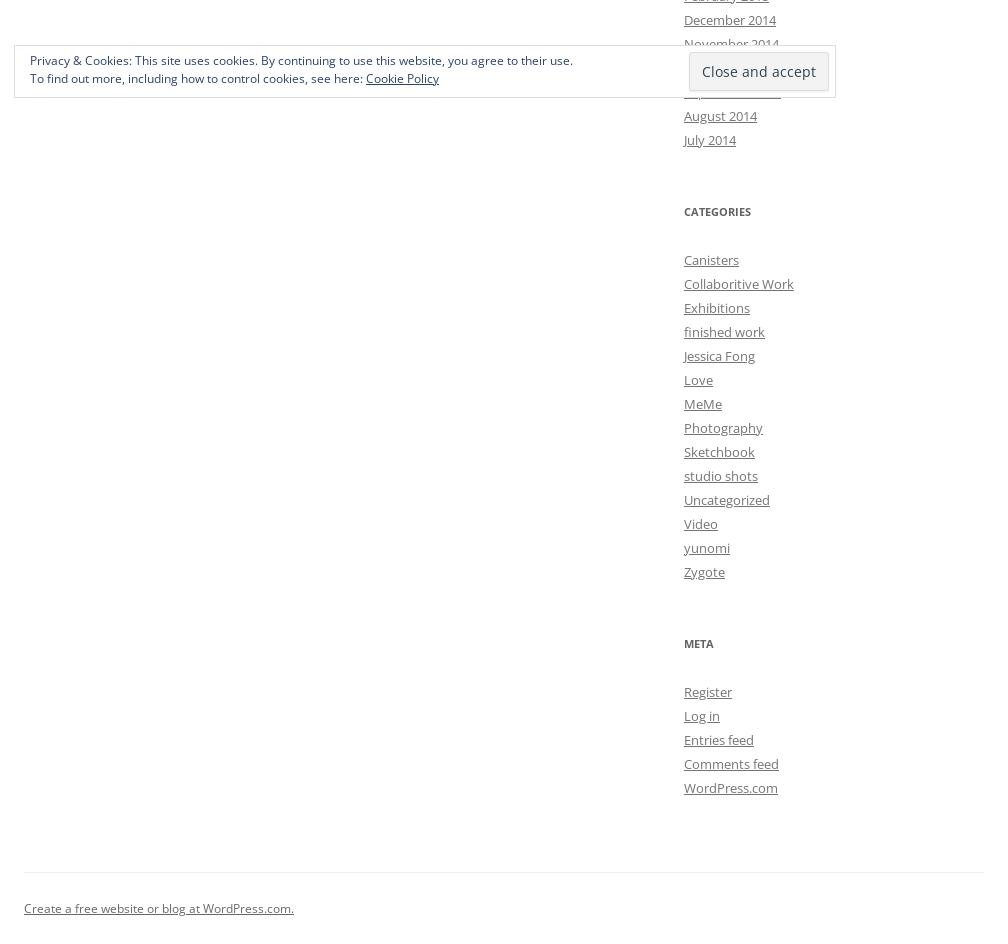 The width and height of the screenshot is (1008, 944). Describe the element at coordinates (711, 259) in the screenshot. I see `'Canisters'` at that location.